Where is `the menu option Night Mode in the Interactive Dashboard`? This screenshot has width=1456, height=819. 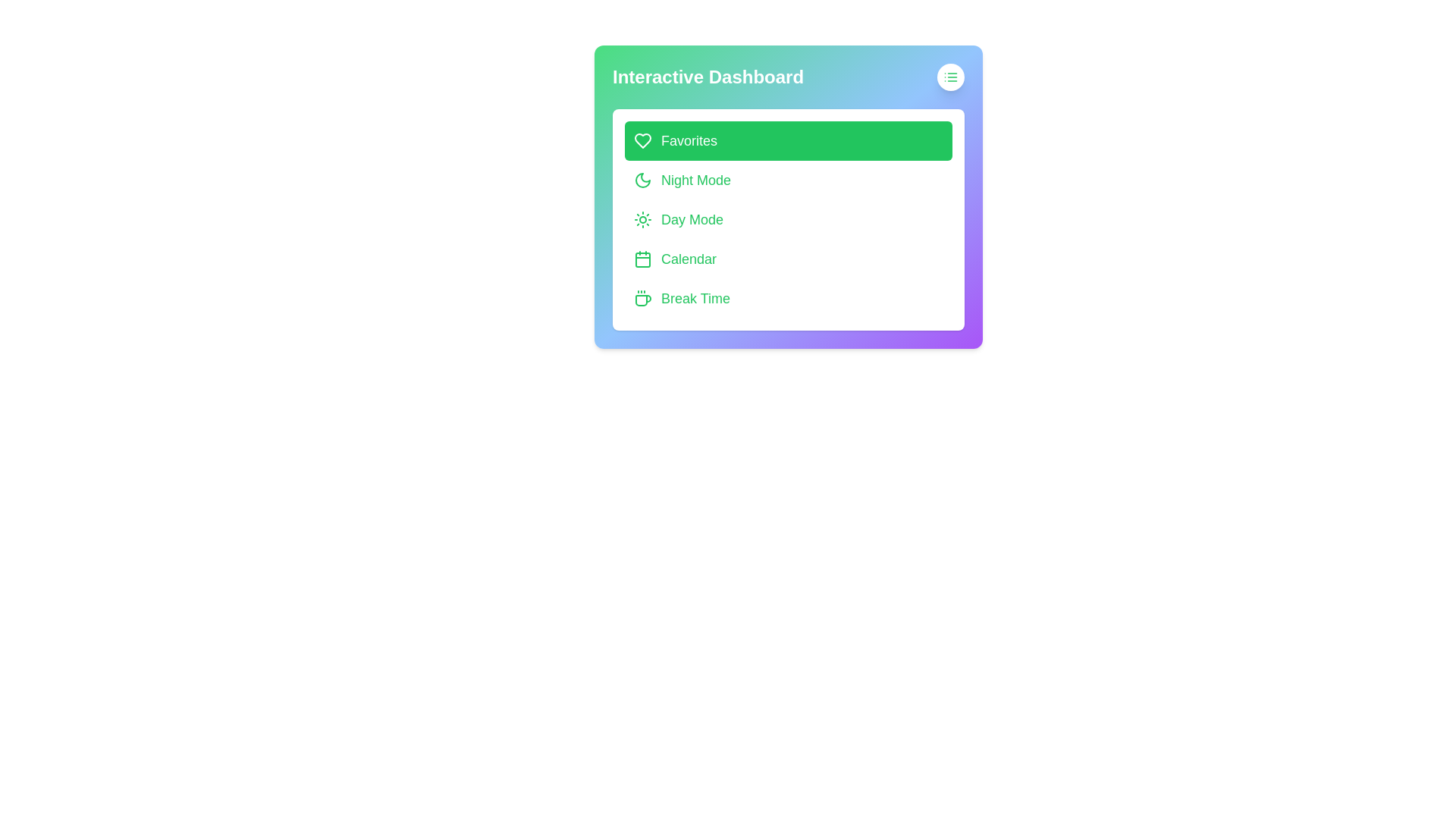
the menu option Night Mode in the Interactive Dashboard is located at coordinates (789, 180).